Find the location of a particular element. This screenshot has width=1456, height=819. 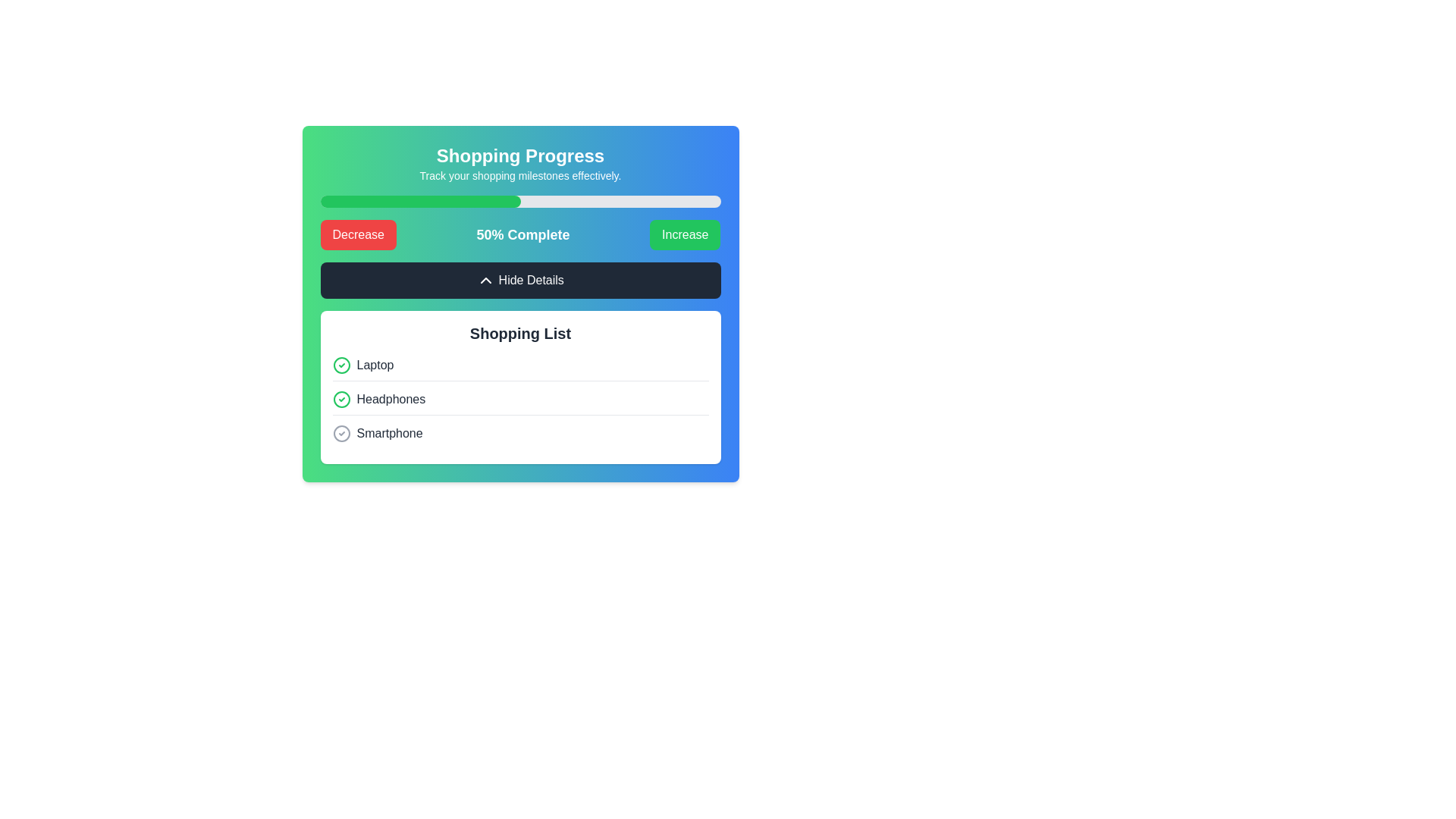

the 'Hide Details' button is located at coordinates (520, 281).